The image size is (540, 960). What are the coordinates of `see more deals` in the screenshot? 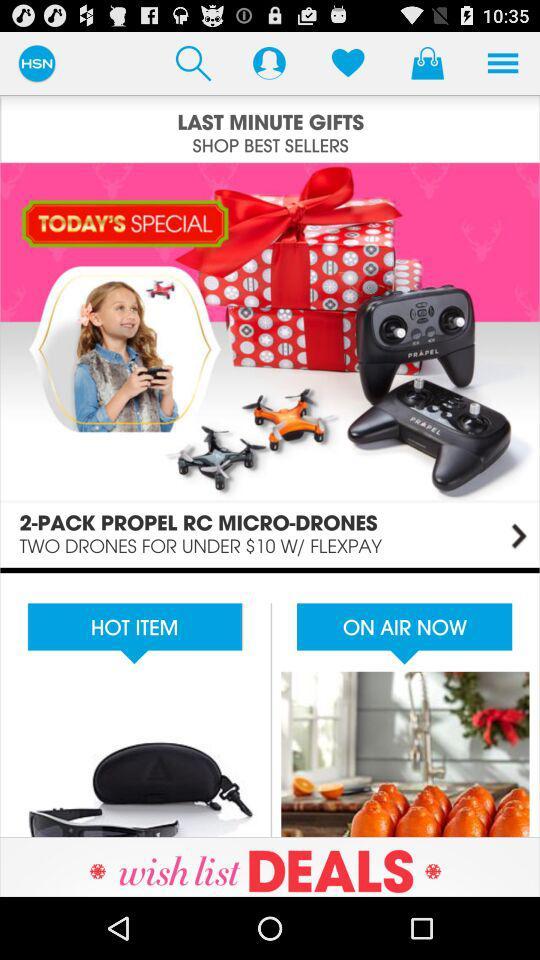 It's located at (270, 866).